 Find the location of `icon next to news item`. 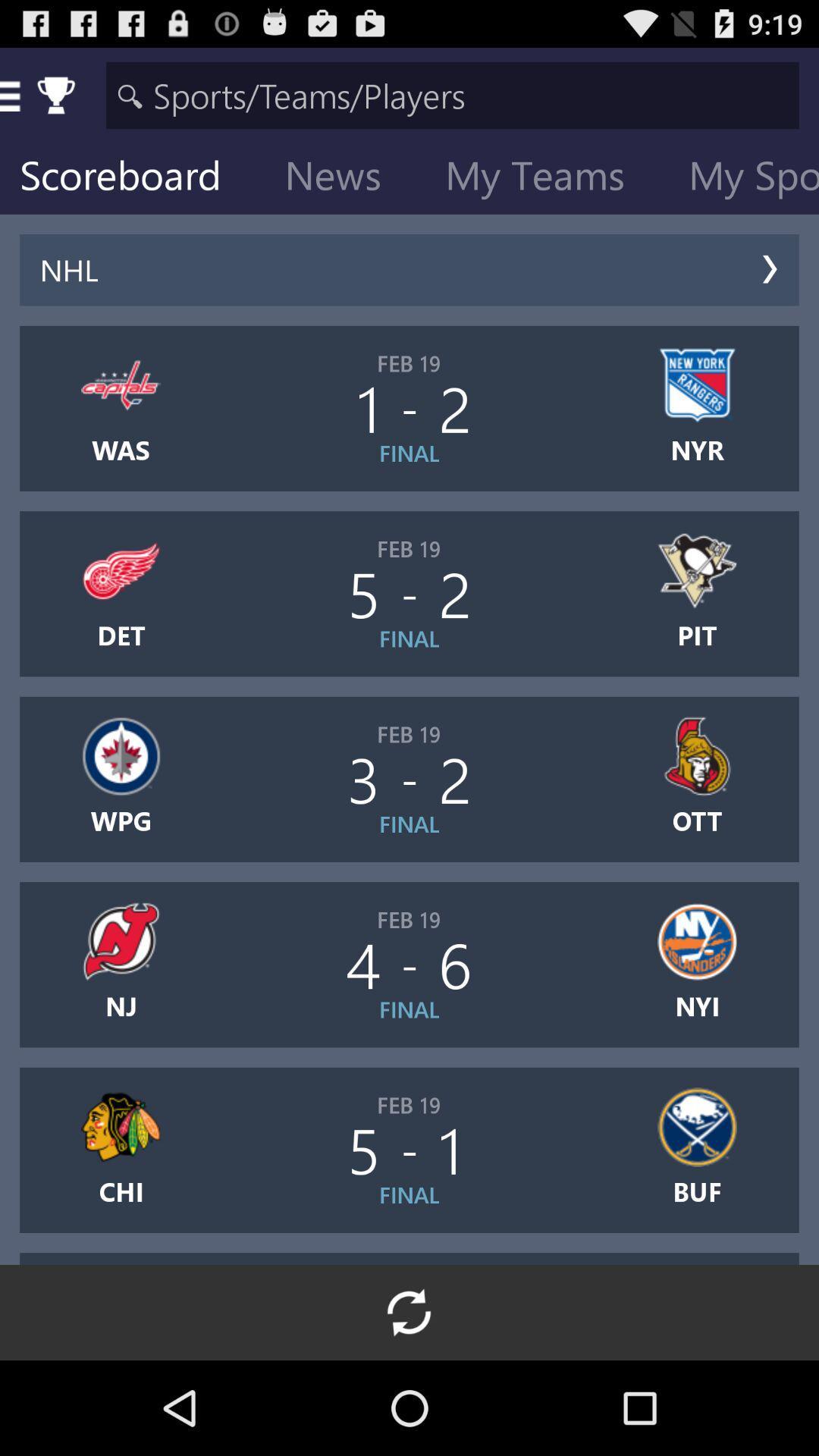

icon next to news item is located at coordinates (131, 178).